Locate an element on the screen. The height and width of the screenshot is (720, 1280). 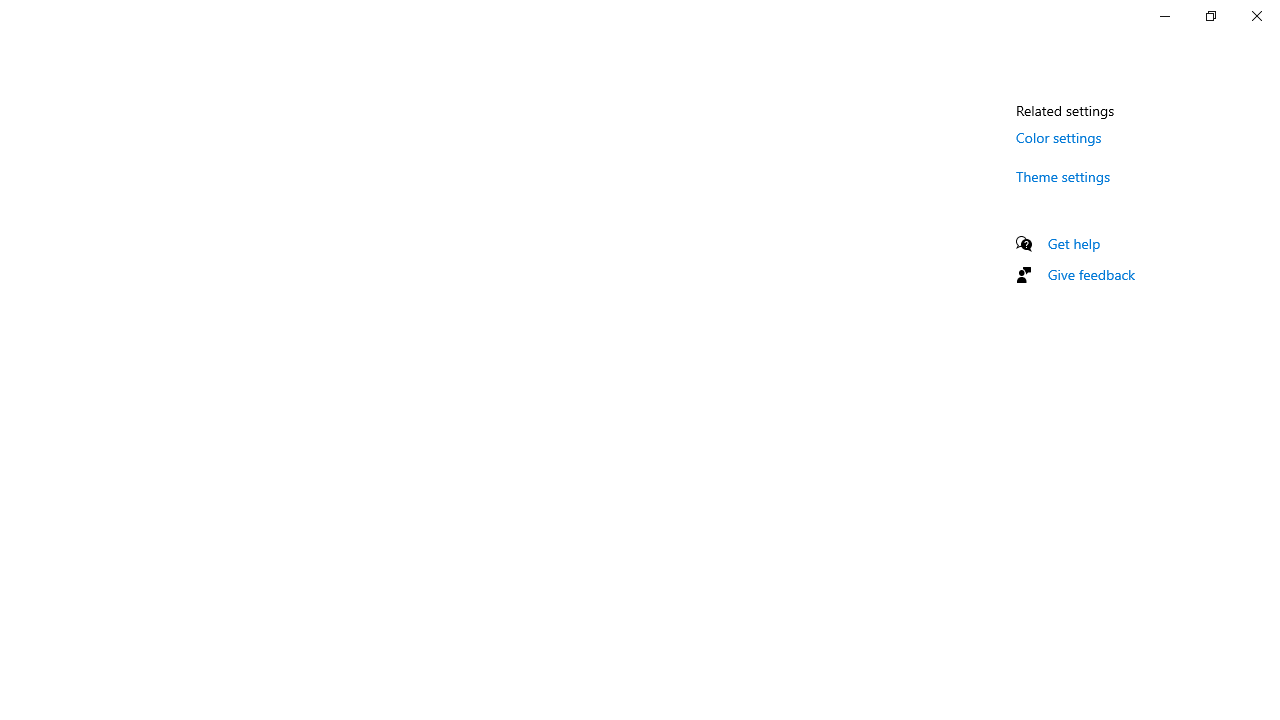
'Get help' is located at coordinates (1073, 242).